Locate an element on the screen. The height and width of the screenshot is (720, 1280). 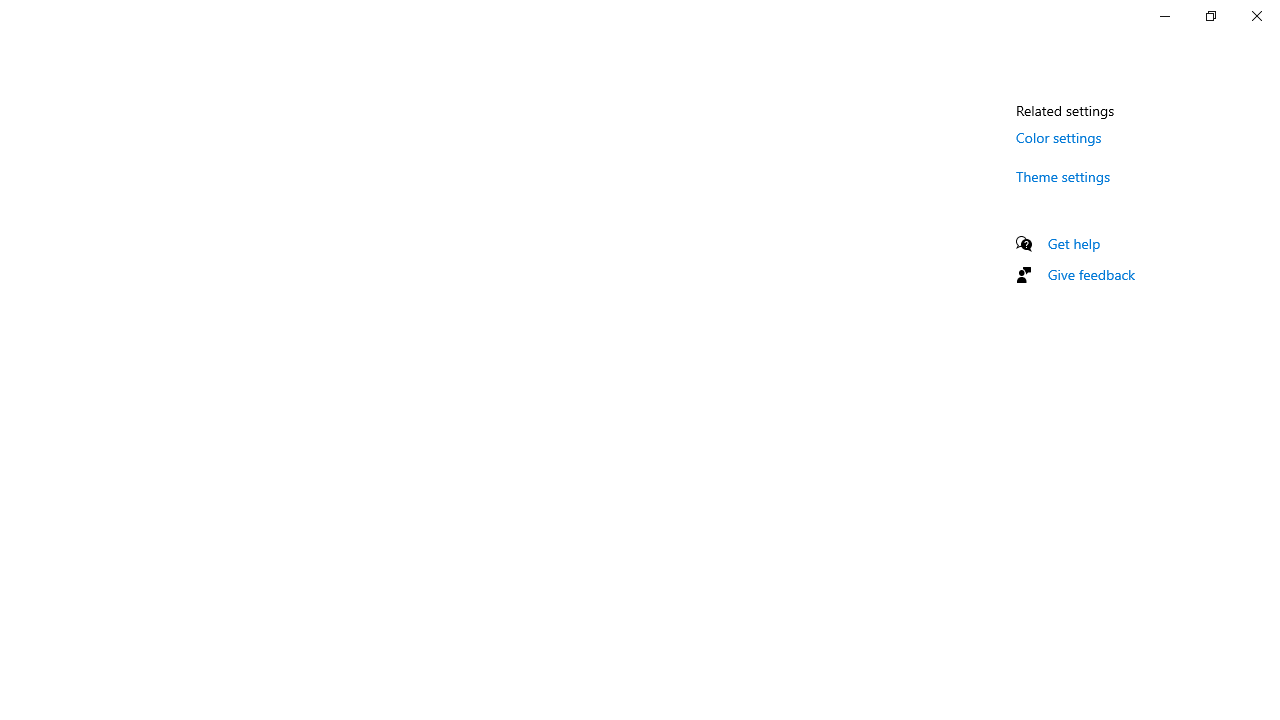
'Get help' is located at coordinates (1073, 242).